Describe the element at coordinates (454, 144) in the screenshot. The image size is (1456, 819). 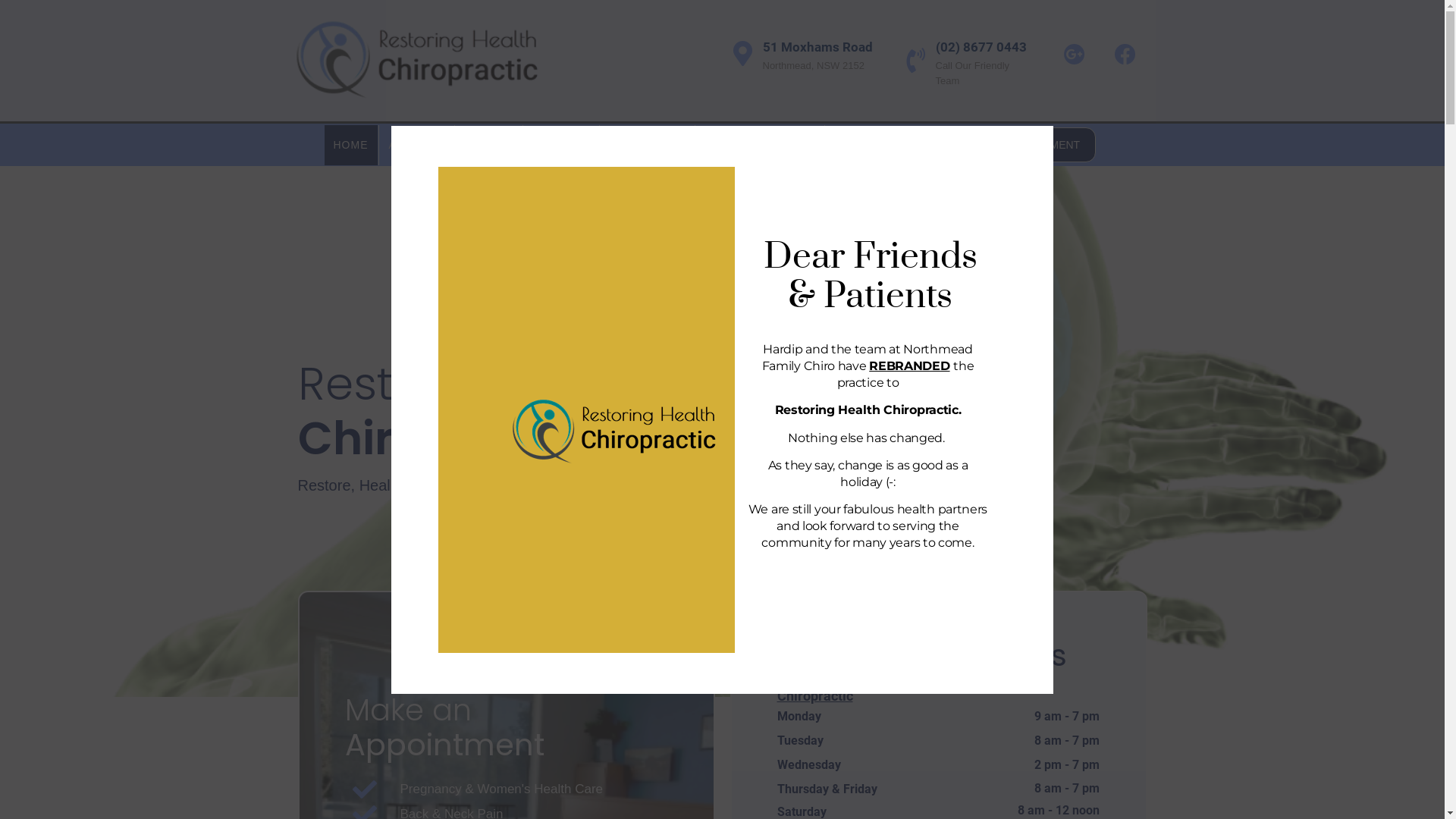
I see `'TEAM'` at that location.